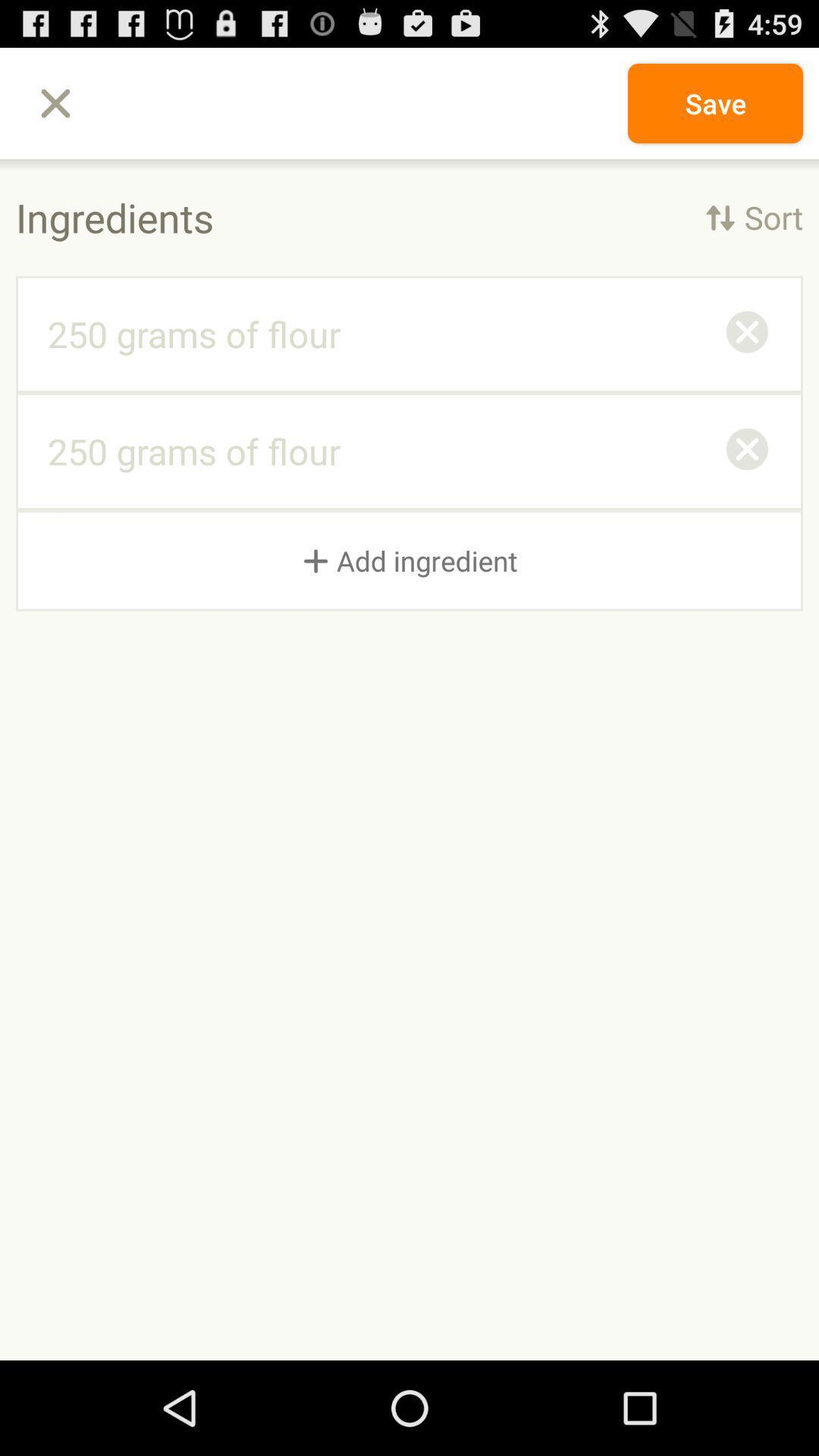 The height and width of the screenshot is (1456, 819). What do you see at coordinates (754, 216) in the screenshot?
I see `icon next to the ingredients item` at bounding box center [754, 216].